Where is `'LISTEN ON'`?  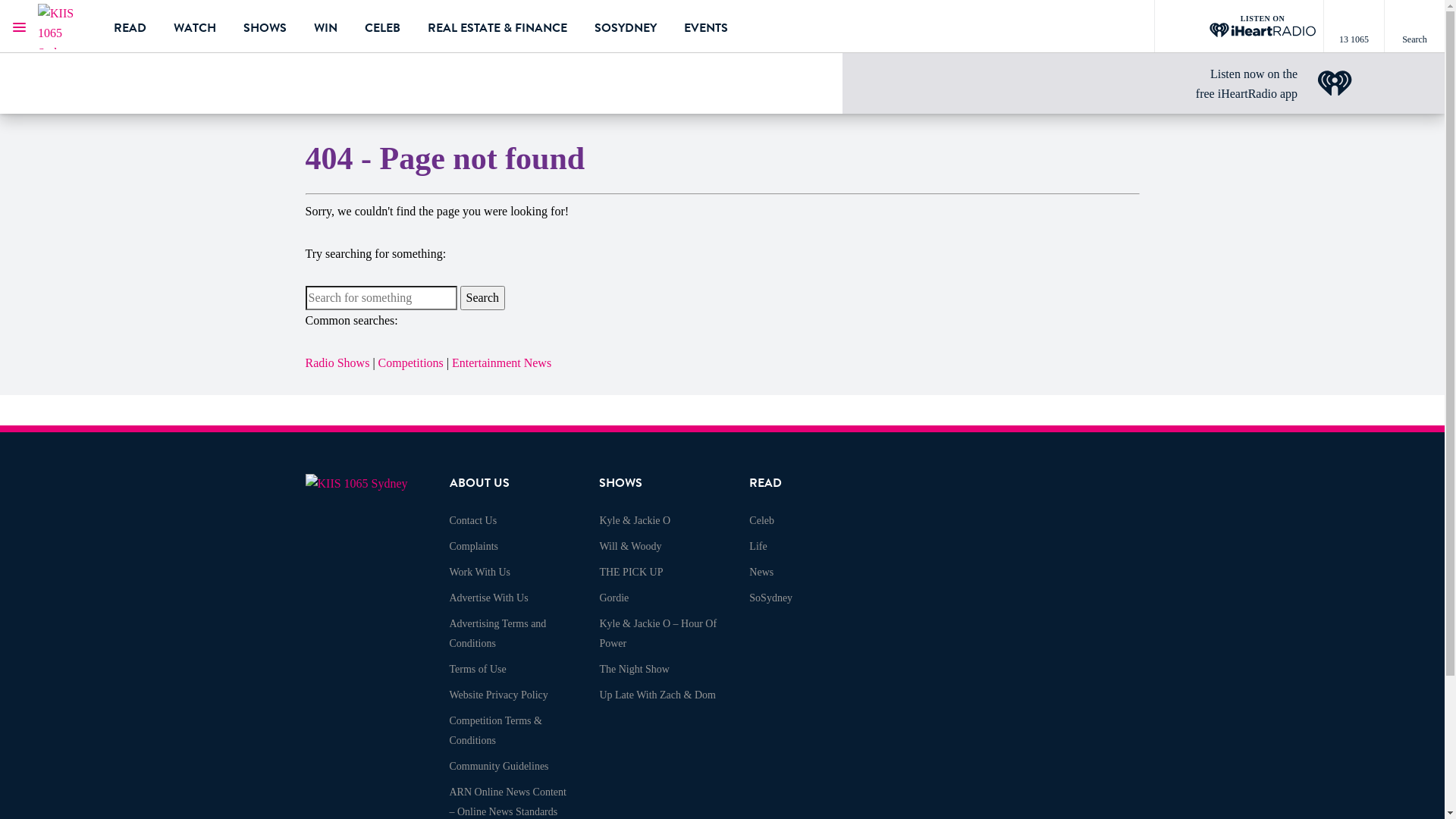
'LISTEN ON' is located at coordinates (1238, 26).